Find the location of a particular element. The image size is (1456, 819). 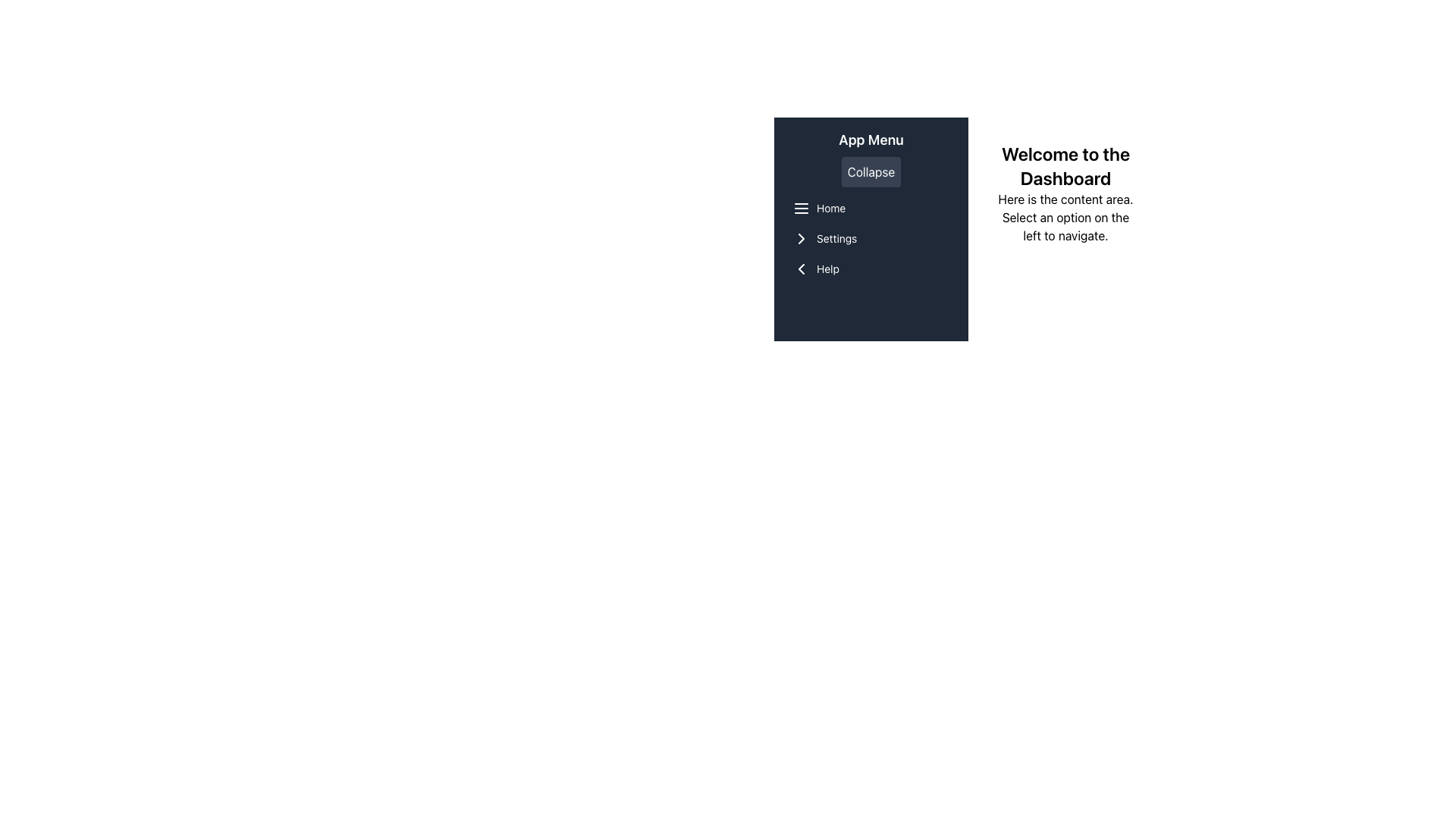

the second item in the navigation menu, which allows access to settings-related functionalities is located at coordinates (871, 239).